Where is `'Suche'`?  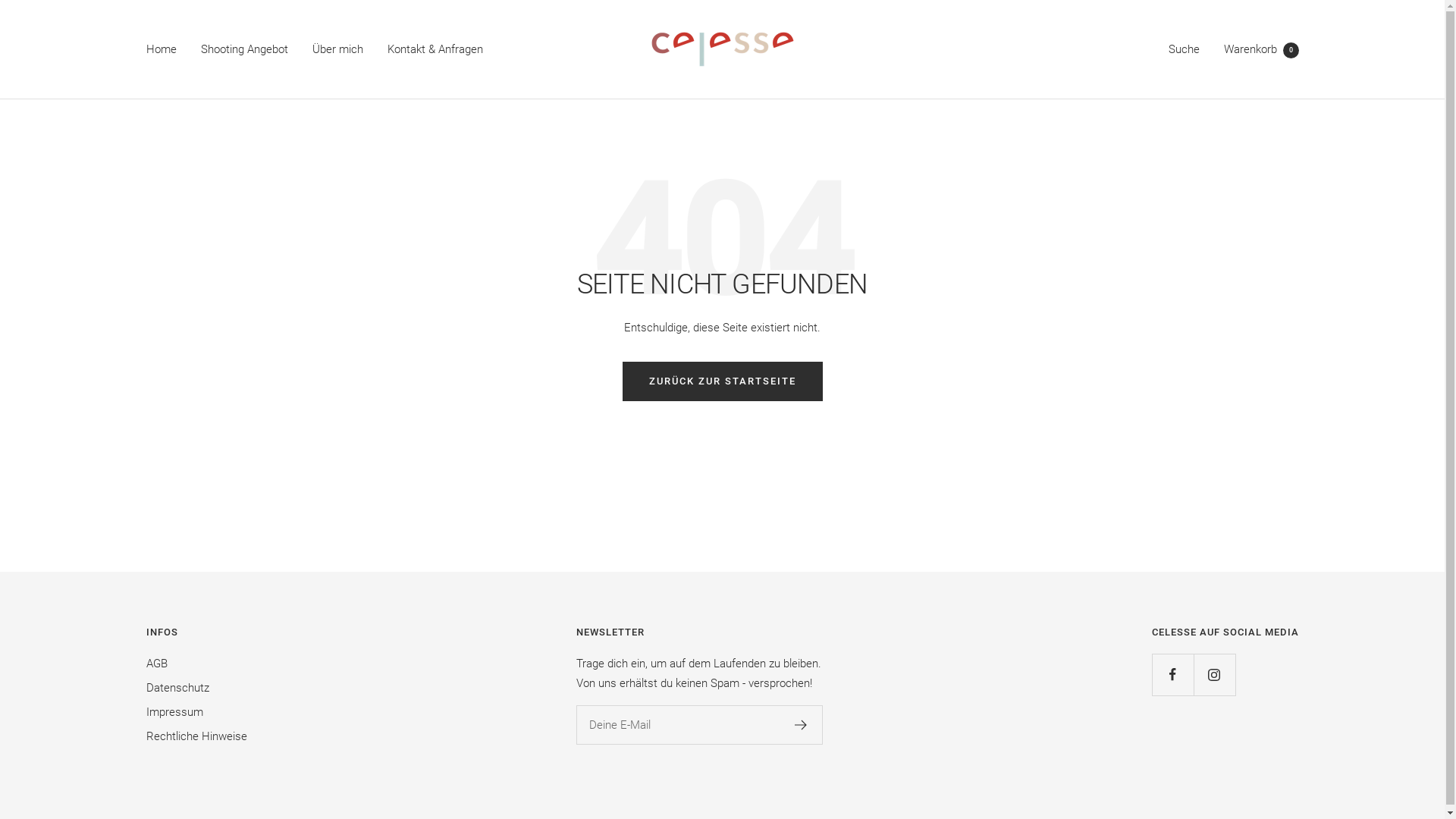 'Suche' is located at coordinates (1182, 49).